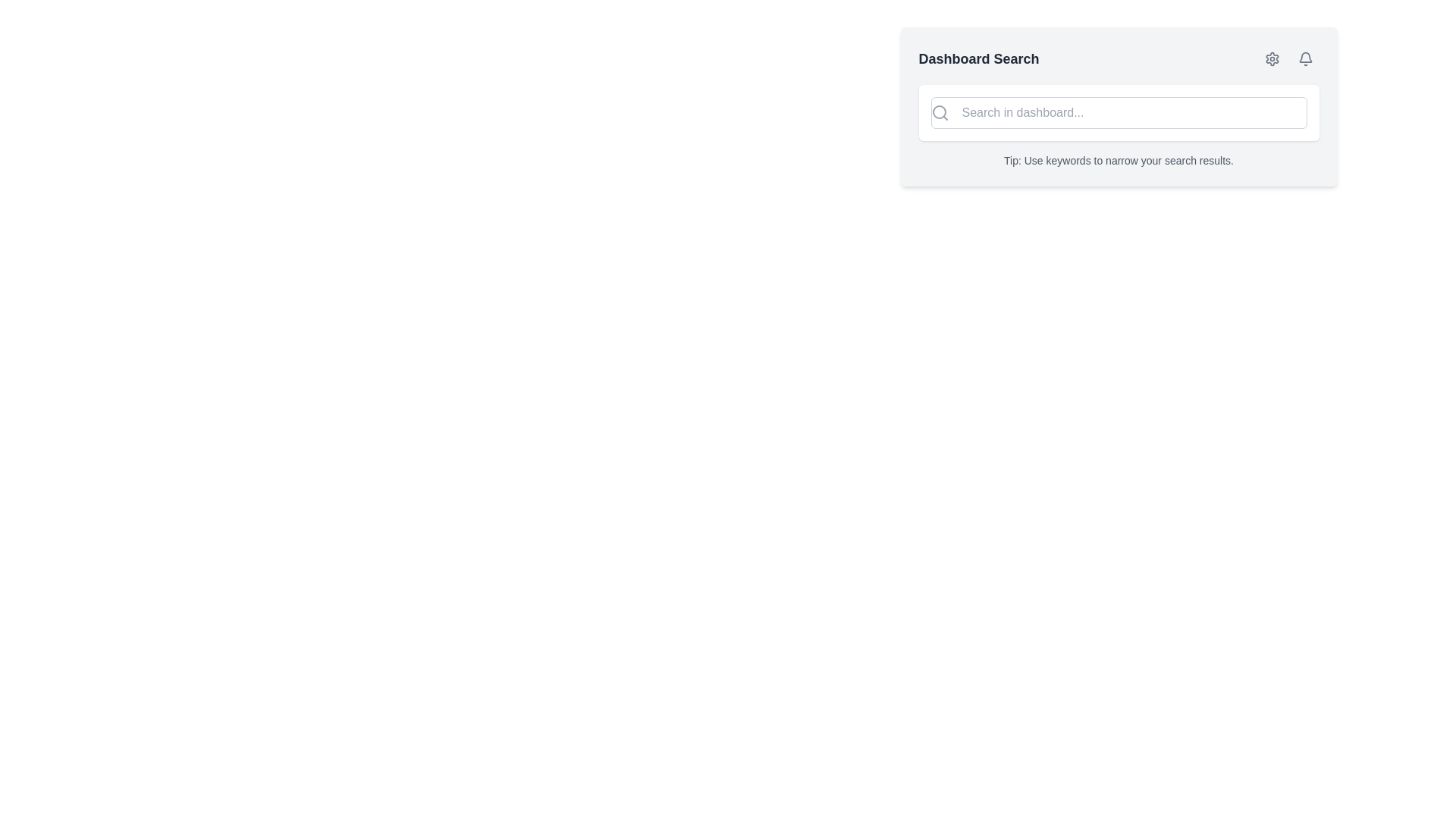  What do you see at coordinates (1304, 58) in the screenshot?
I see `the notification bell icon located in the top-right corner of the interface` at bounding box center [1304, 58].